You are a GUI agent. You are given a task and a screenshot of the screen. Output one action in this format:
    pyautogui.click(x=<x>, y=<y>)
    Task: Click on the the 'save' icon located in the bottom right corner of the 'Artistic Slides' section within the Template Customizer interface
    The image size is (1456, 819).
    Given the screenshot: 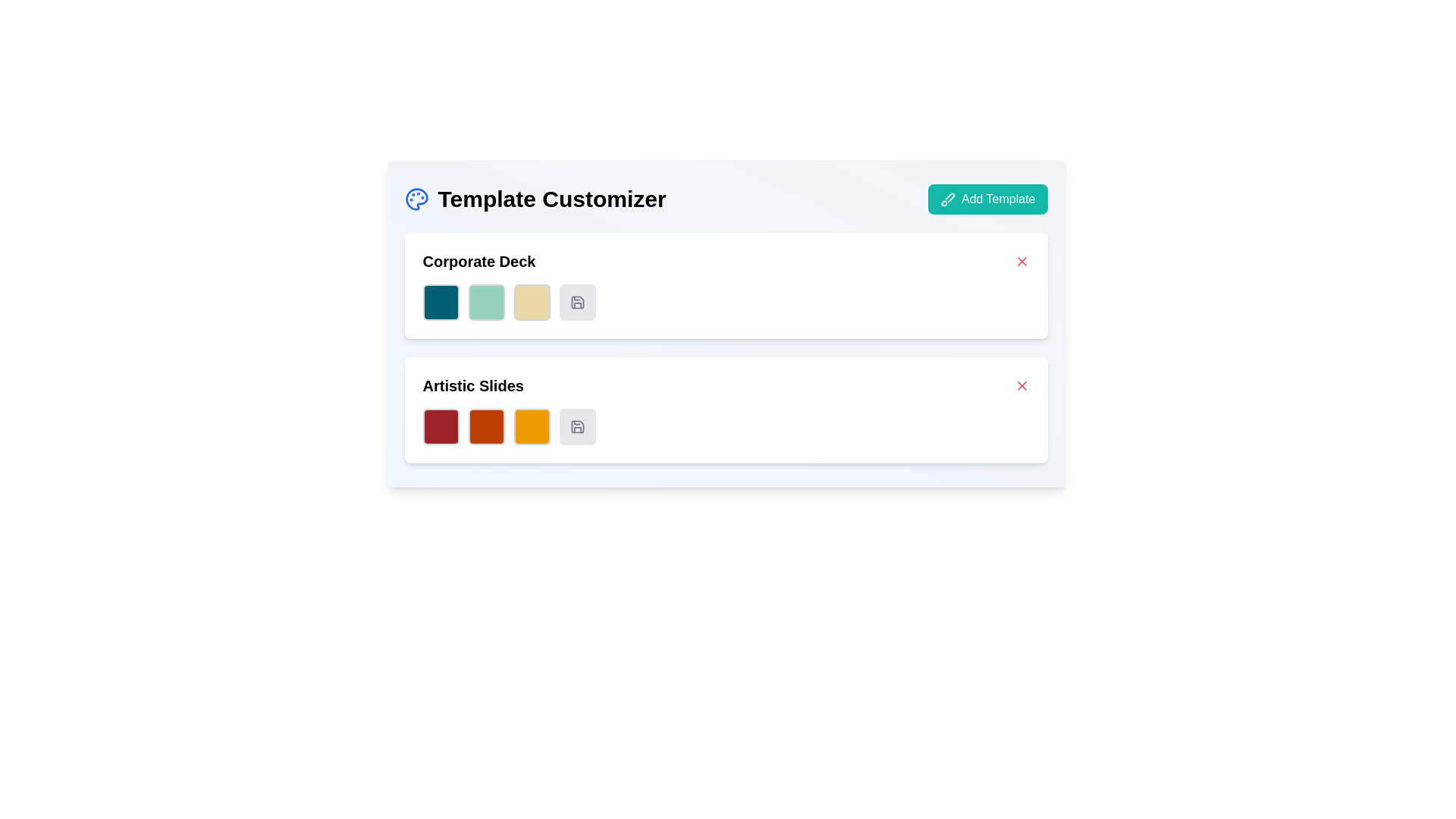 What is the action you would take?
    pyautogui.click(x=576, y=427)
    